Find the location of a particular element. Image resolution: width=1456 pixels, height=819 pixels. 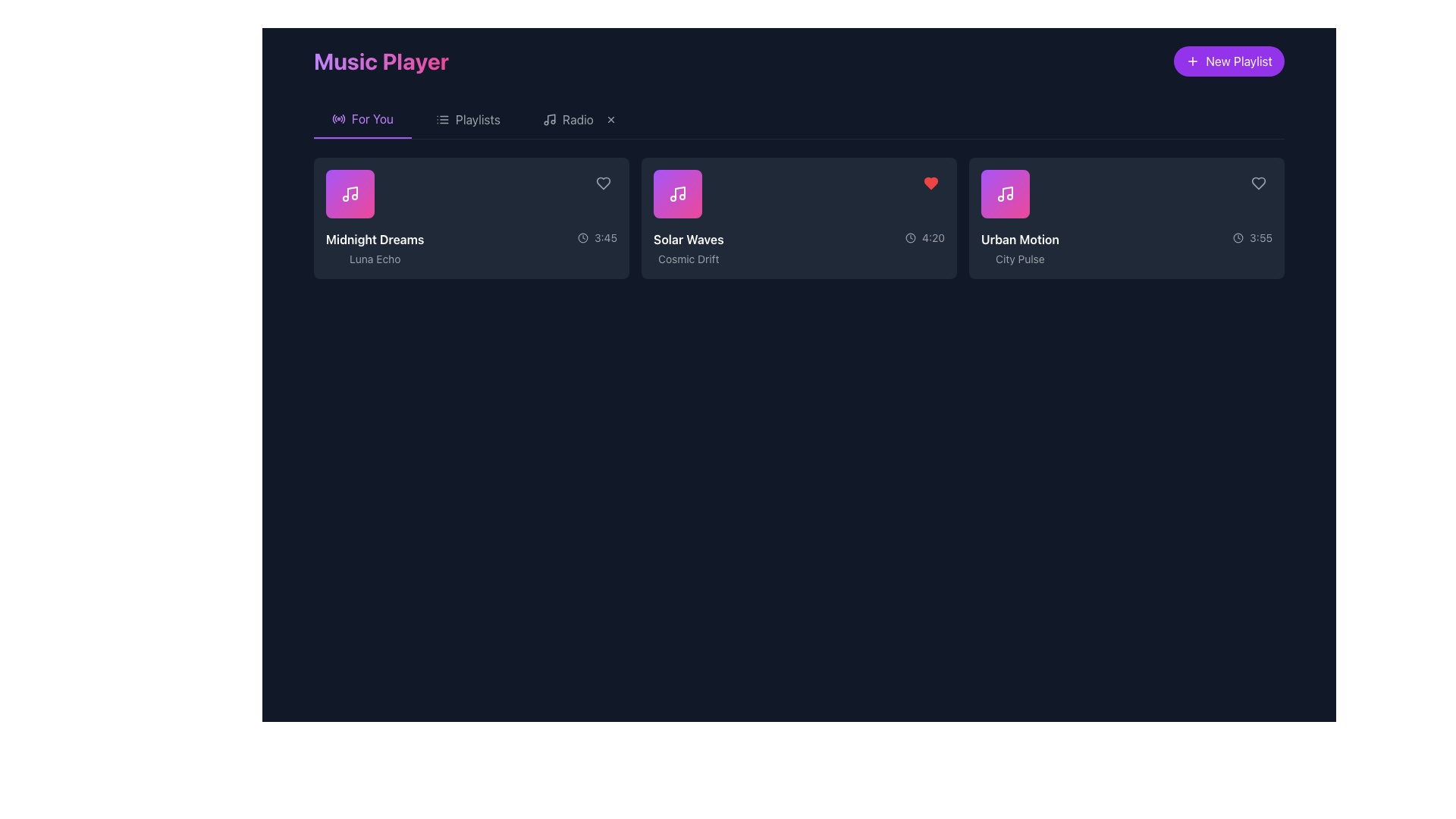

the circular shape representing part of the icon for the song 'Midnight Dreams', located to the left of the duration text '3:45' is located at coordinates (582, 237).